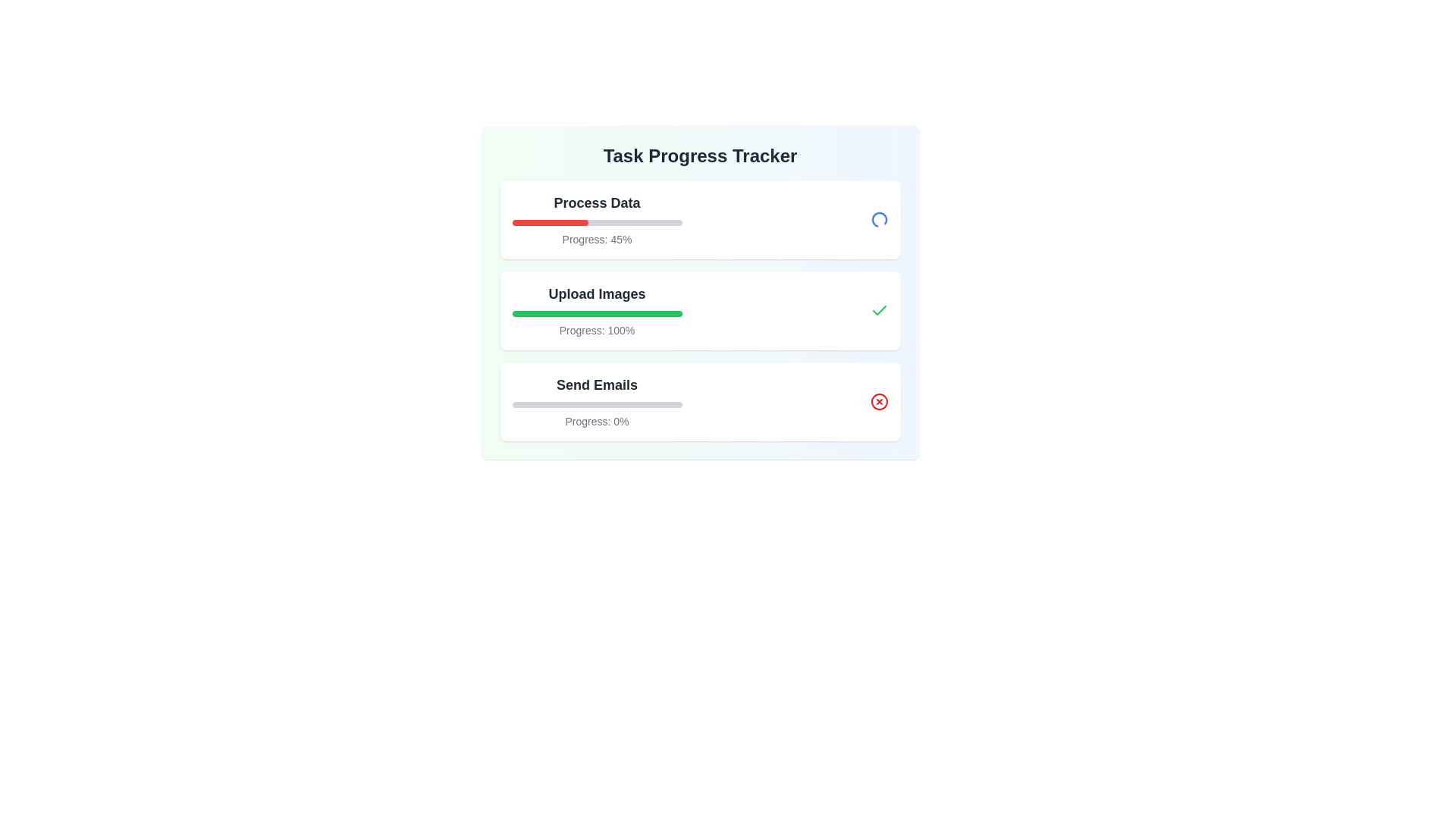 Image resolution: width=1456 pixels, height=819 pixels. What do you see at coordinates (596, 312) in the screenshot?
I see `the progress bar indicating '100%' completion of the 'Upload Images' task within the 'Task Progress Tracker' card` at bounding box center [596, 312].